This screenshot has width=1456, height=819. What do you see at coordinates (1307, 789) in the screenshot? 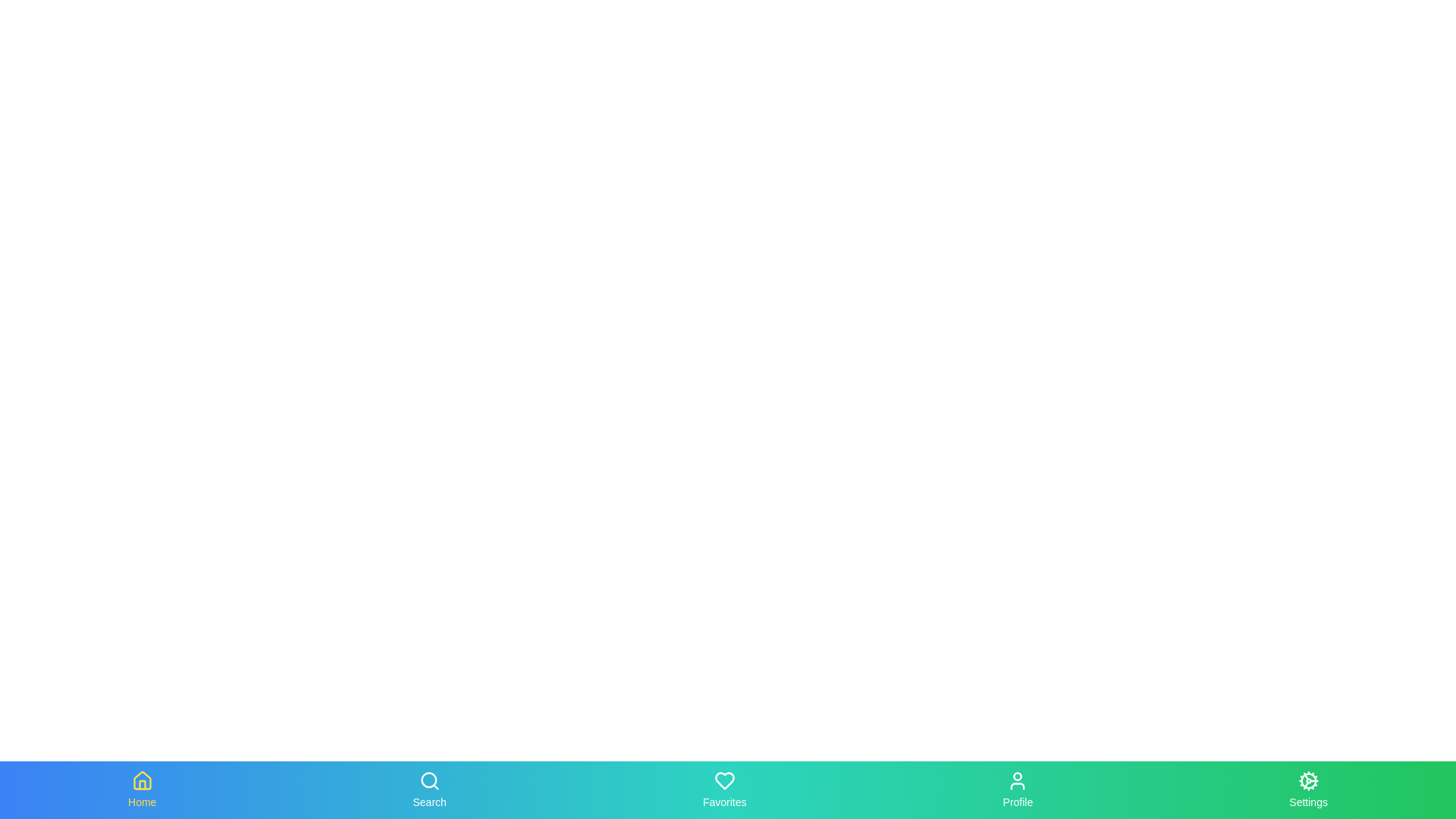
I see `the Settings tab in the bottom navigation` at bounding box center [1307, 789].